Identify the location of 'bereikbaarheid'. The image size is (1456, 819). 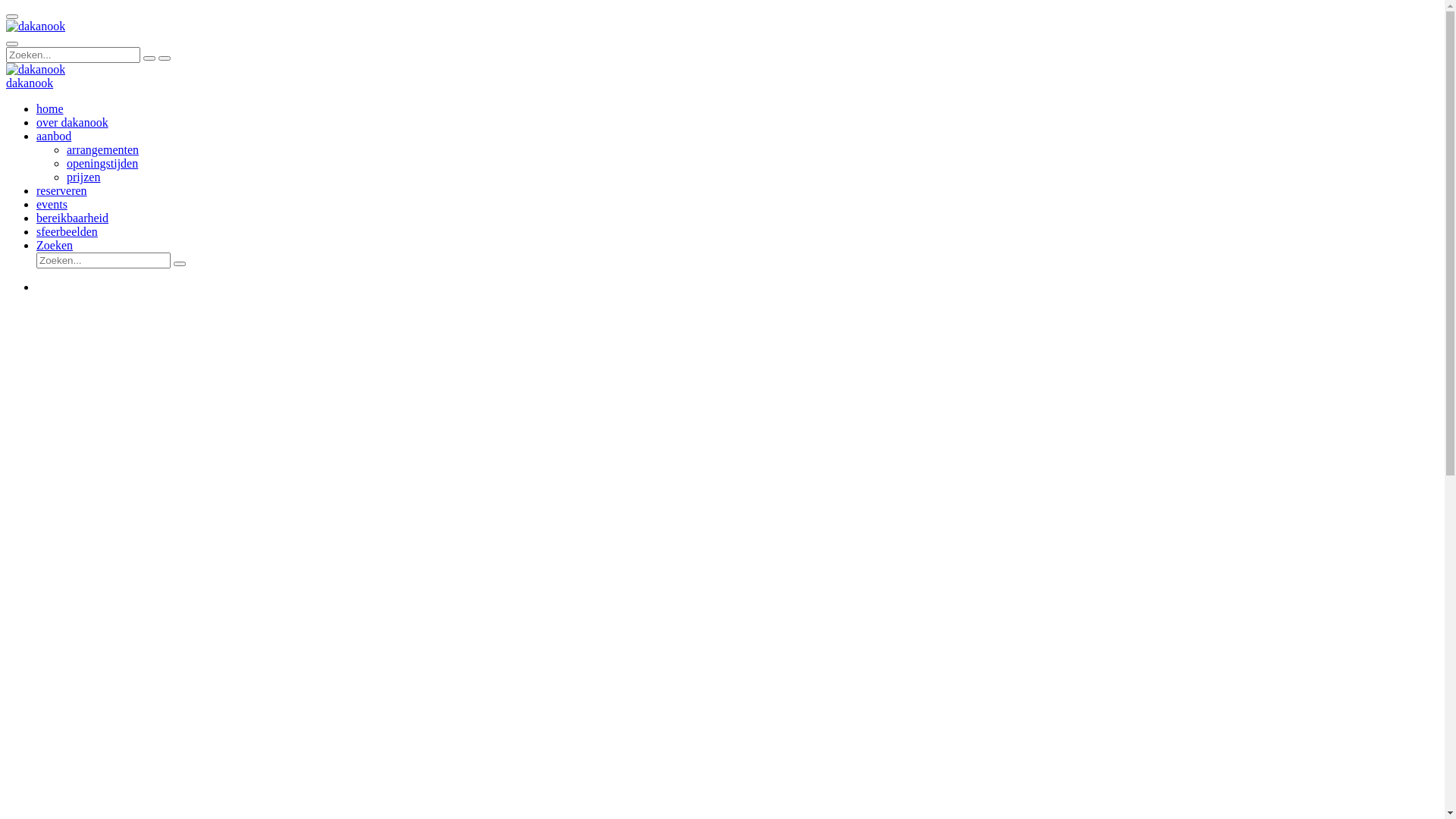
(71, 218).